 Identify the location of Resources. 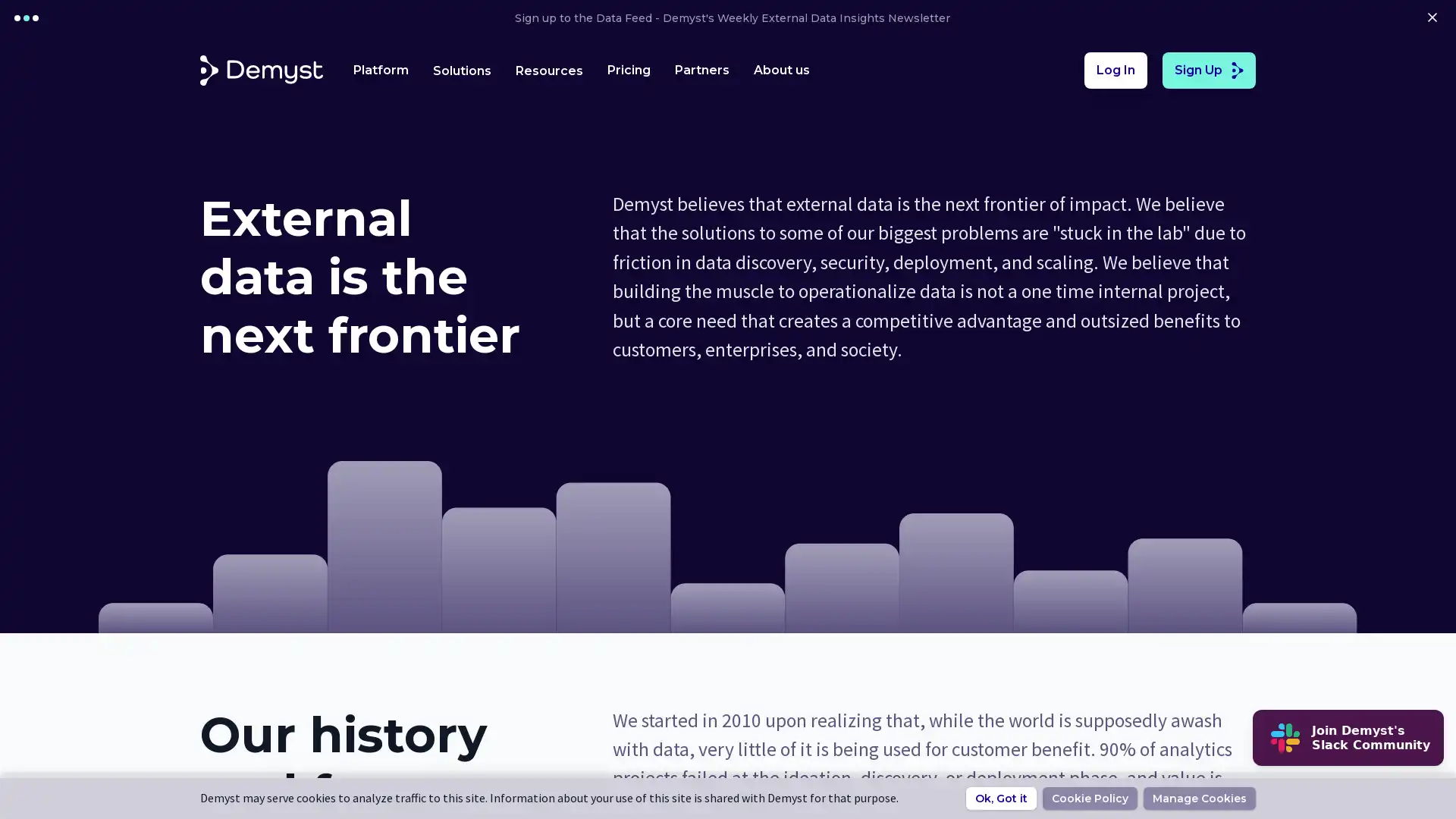
(548, 70).